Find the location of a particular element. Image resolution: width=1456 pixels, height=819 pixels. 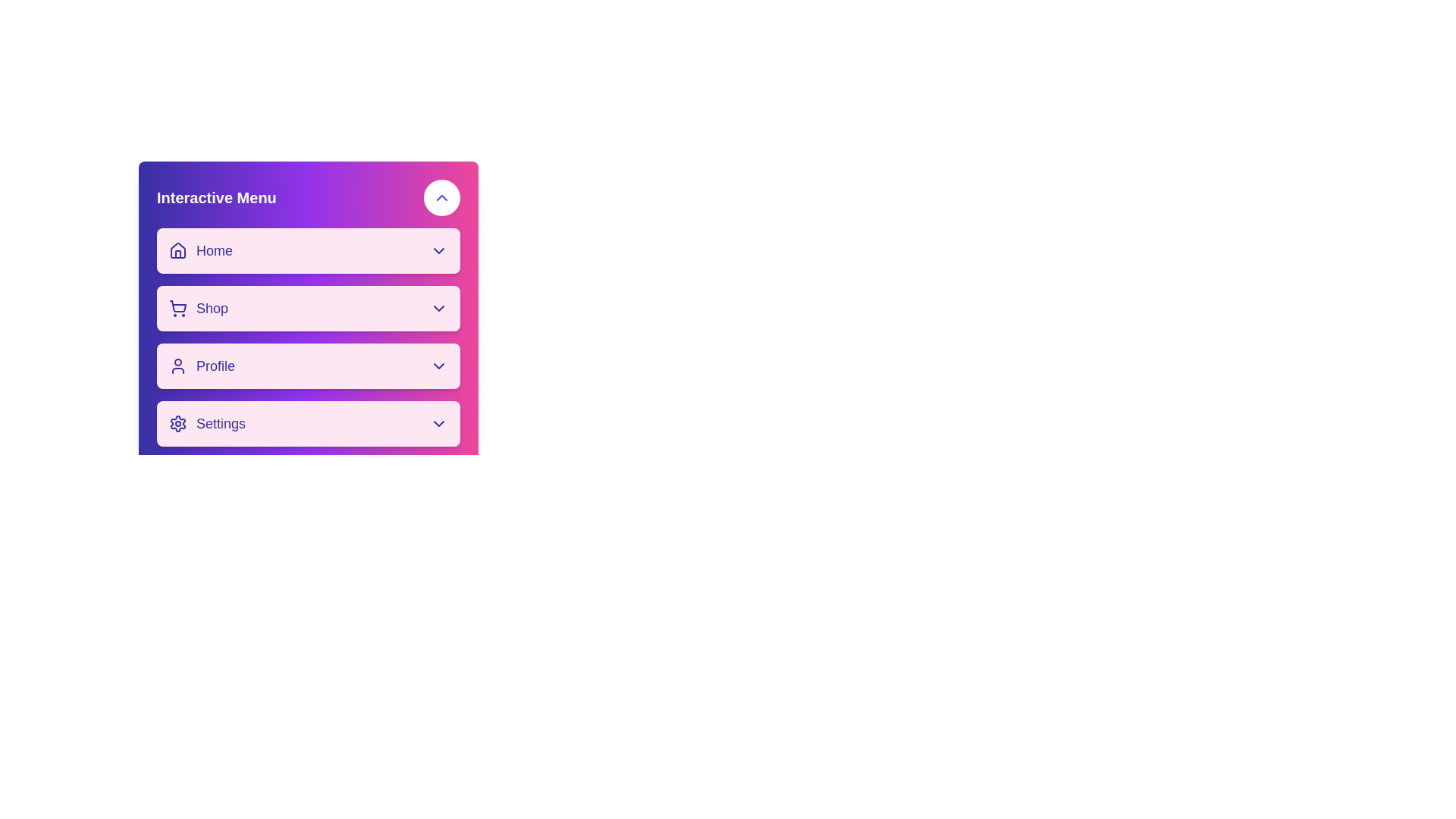

the downward-pointing chevron icon at the end of the 'Home' label is located at coordinates (438, 250).